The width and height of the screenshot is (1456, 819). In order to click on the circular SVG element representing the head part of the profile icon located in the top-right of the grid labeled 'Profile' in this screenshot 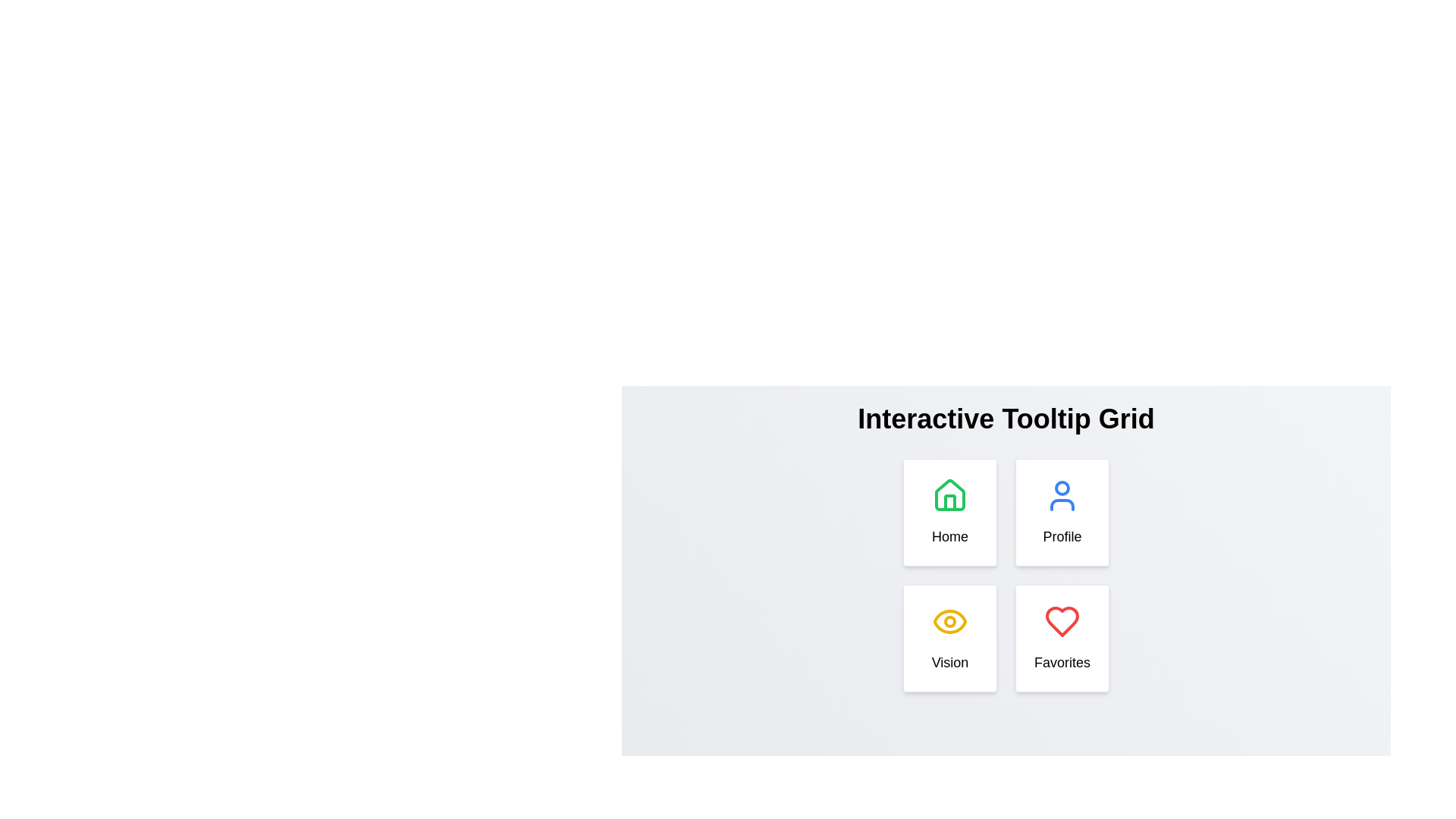, I will do `click(1062, 488)`.